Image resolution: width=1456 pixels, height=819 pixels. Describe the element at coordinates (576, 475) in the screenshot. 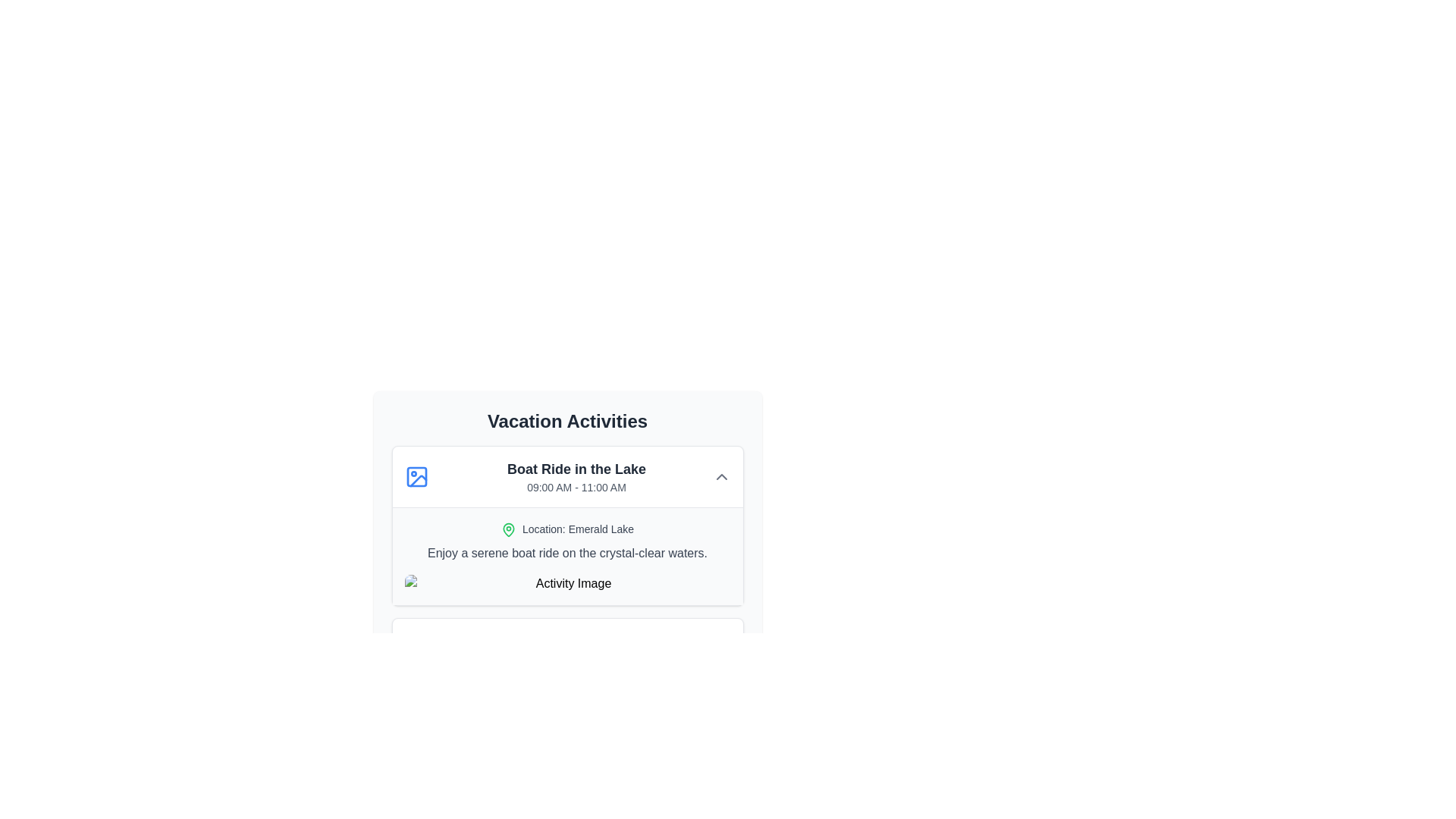

I see `the text block titled 'Boat Ride in the Lake' to read its content` at that location.